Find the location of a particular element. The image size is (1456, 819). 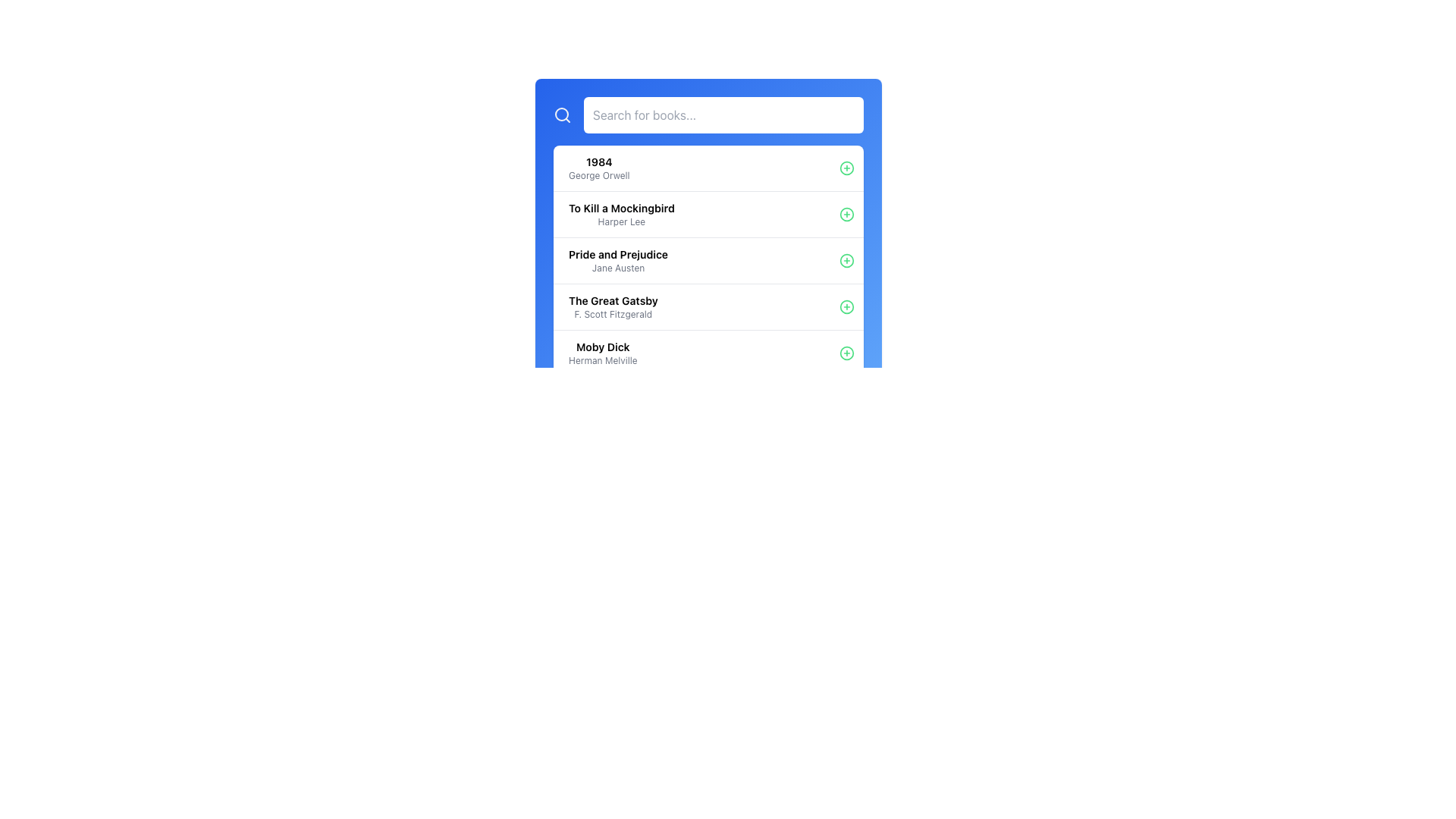

the SVG Circle element that serves as the background for the '+' symbol, which has a radius of 10 pixels is located at coordinates (846, 353).